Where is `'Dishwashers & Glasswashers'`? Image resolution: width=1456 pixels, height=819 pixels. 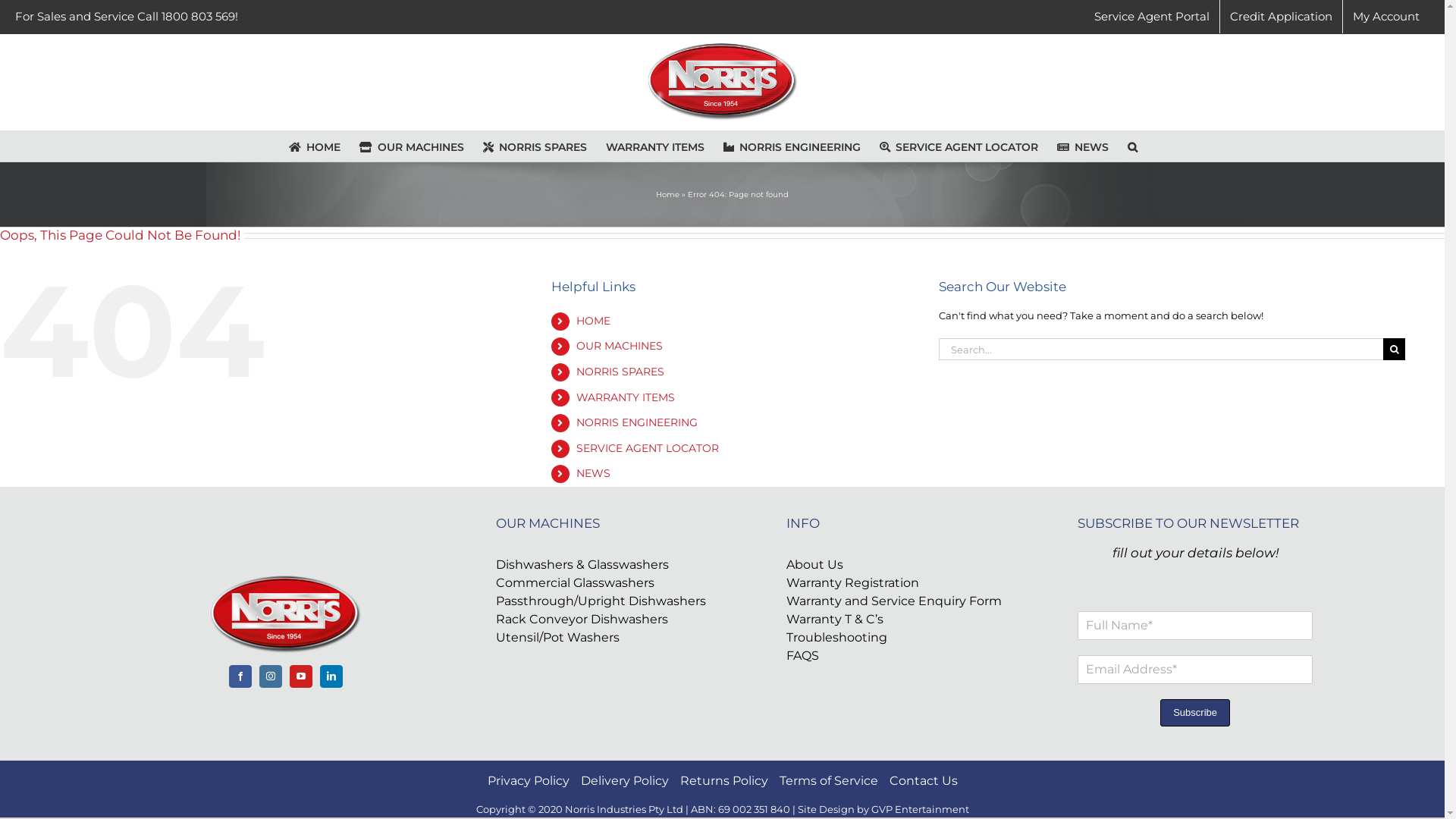 'Dishwashers & Glasswashers' is located at coordinates (613, 564).